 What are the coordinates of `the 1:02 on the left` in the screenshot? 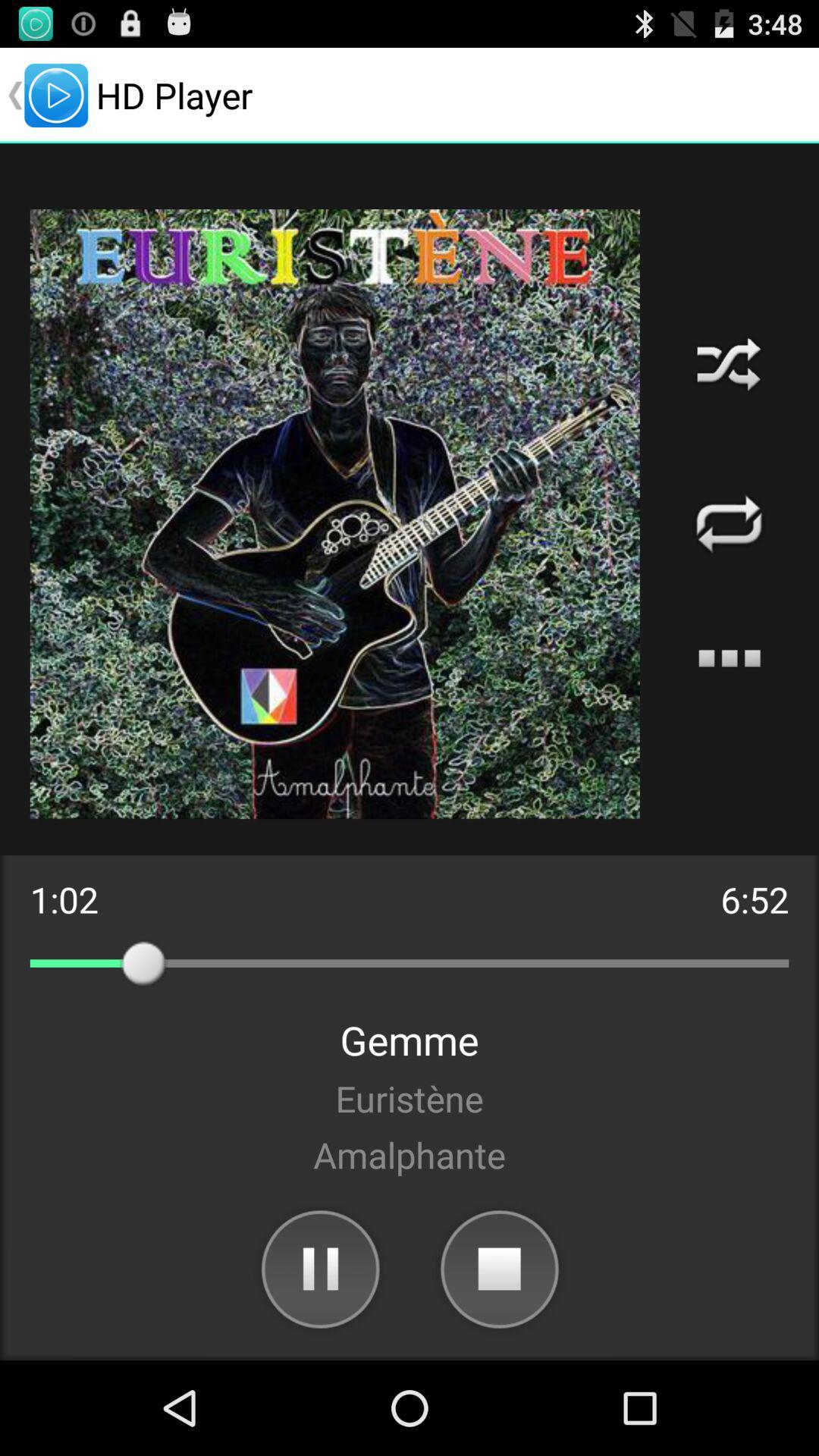 It's located at (63, 899).